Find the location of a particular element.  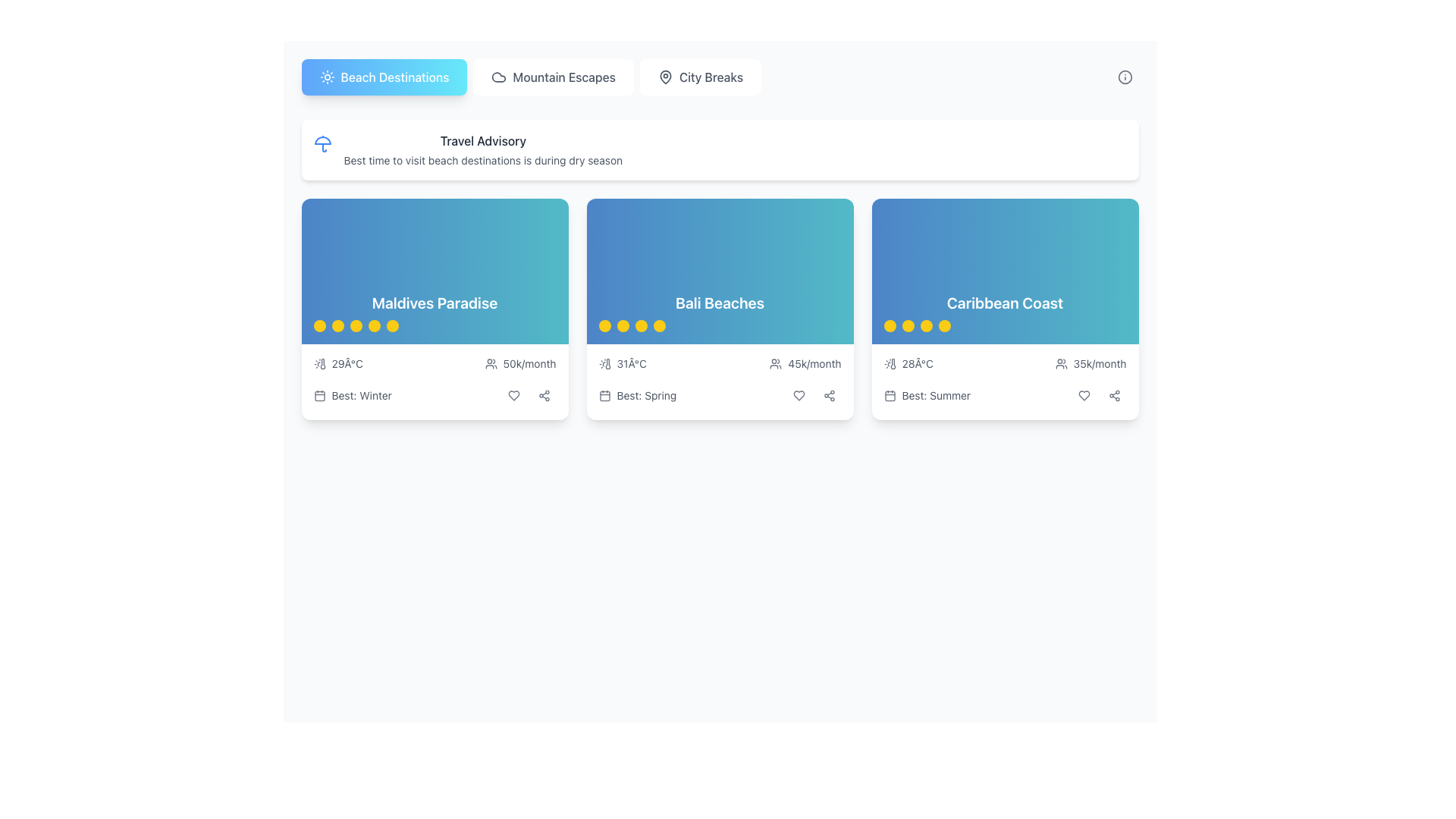

the fourth yellow circular icon in the 'Bali Beaches' section, located under the rating stars is located at coordinates (659, 325).